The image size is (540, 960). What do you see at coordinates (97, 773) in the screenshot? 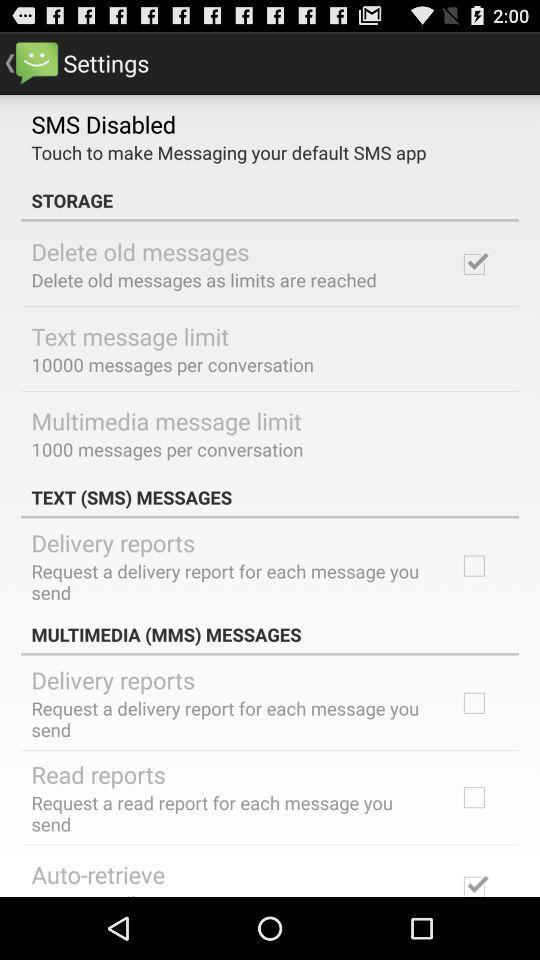
I see `read reports item` at bounding box center [97, 773].